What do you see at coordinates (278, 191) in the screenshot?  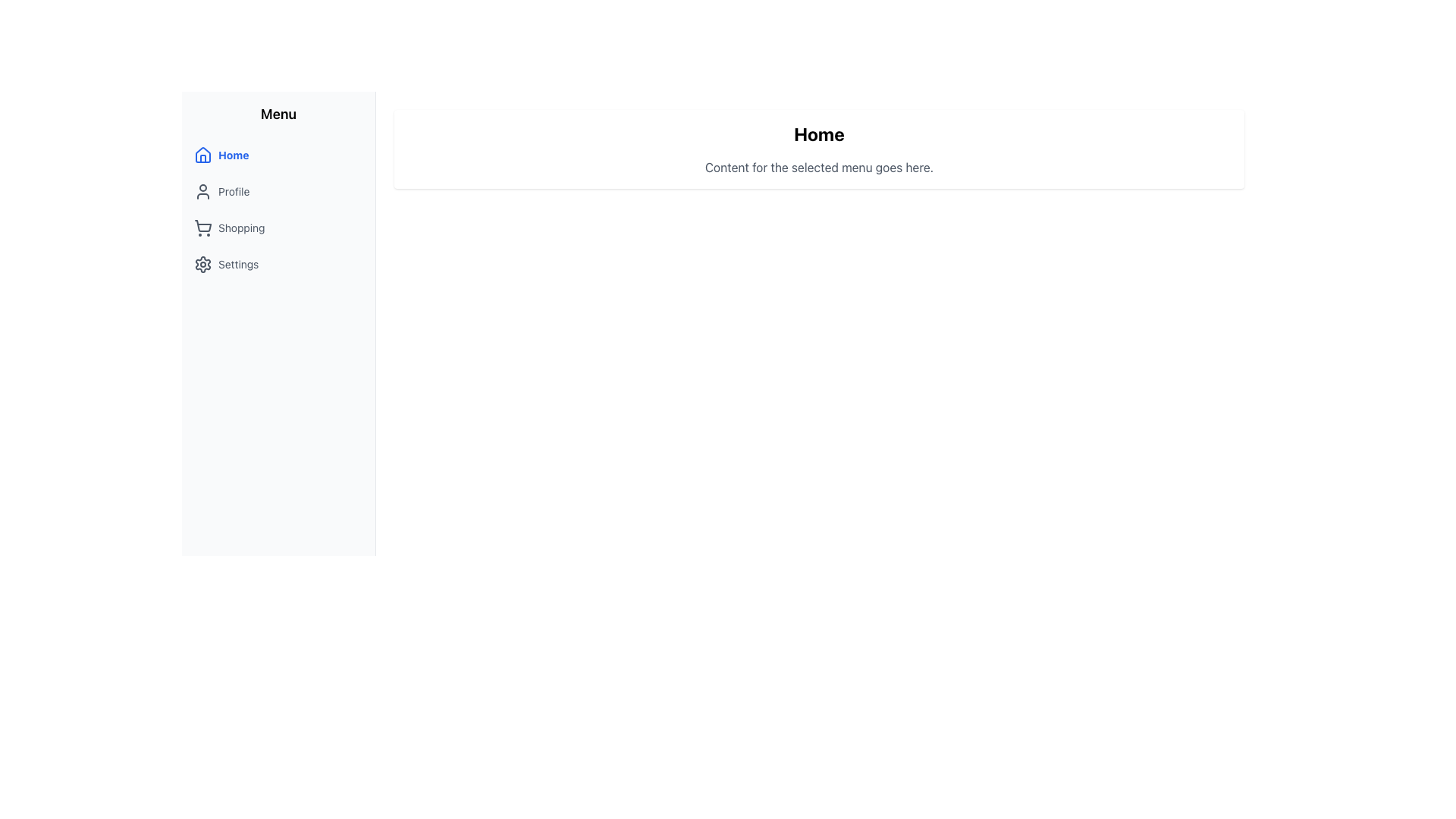 I see `the 'Profile' menu item in the sidebar` at bounding box center [278, 191].